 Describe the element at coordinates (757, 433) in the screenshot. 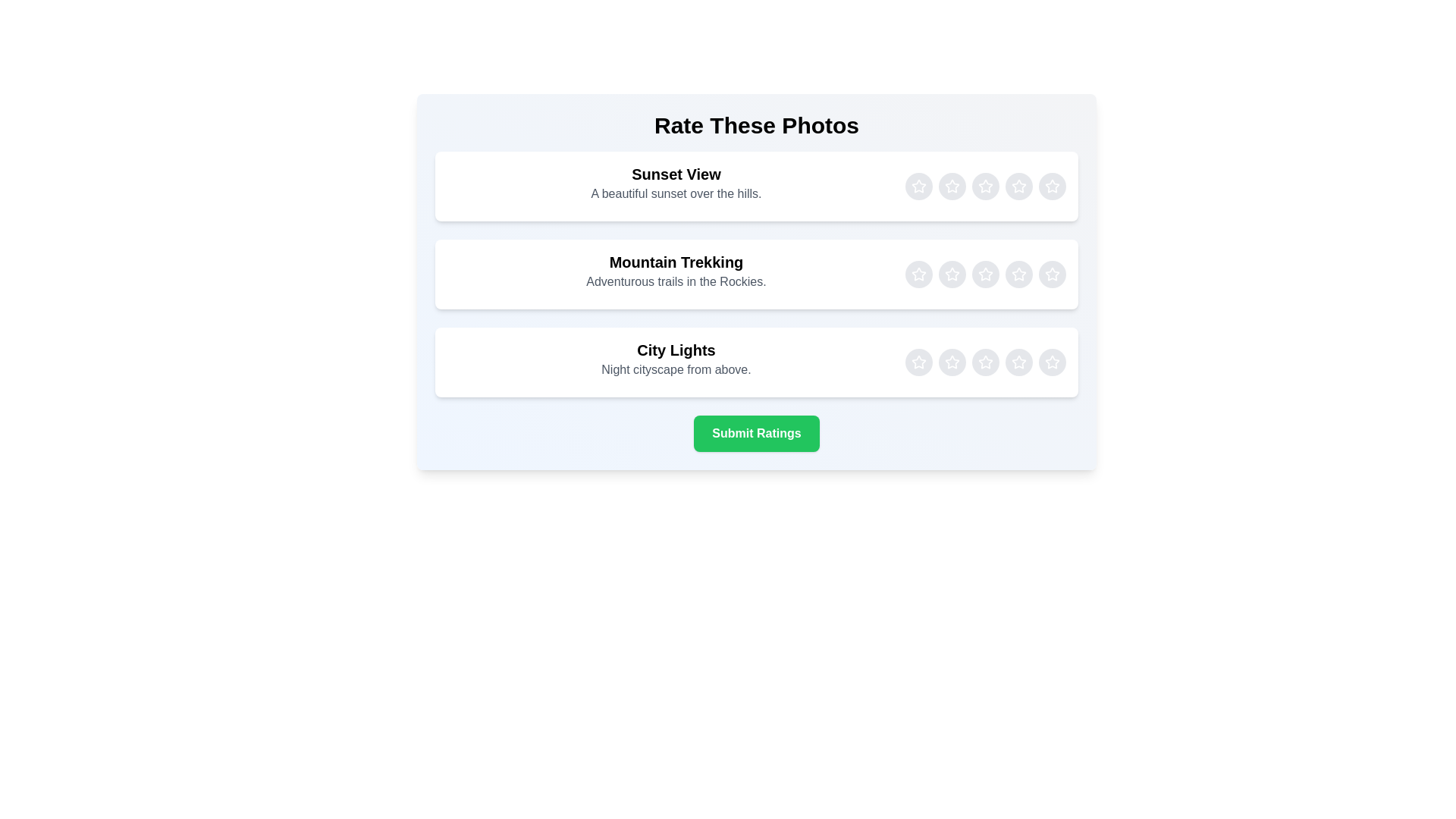

I see `the 'Submit Ratings' button to submit the ratings` at that location.